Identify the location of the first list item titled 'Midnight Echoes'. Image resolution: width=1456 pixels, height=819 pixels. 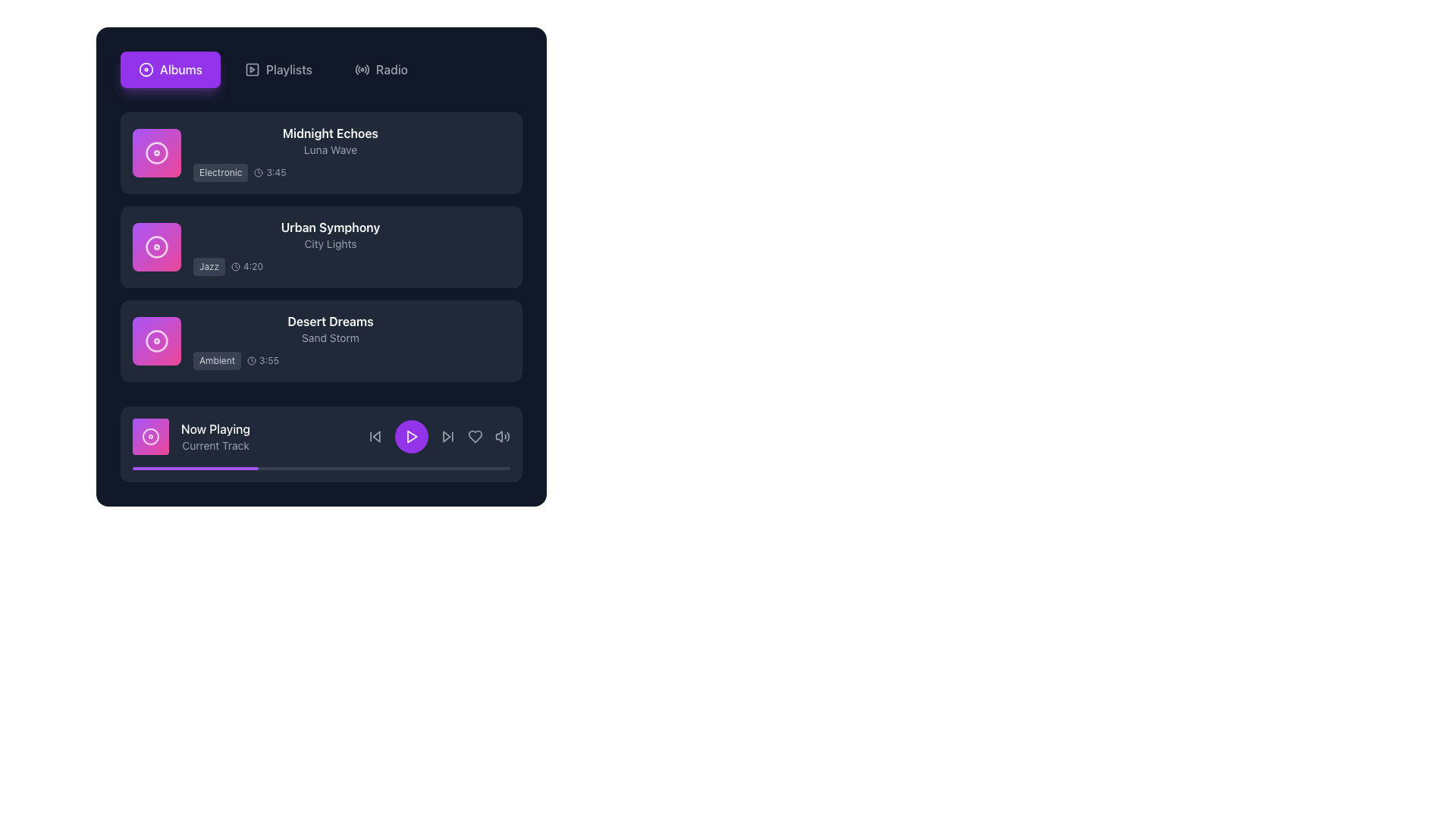
(320, 152).